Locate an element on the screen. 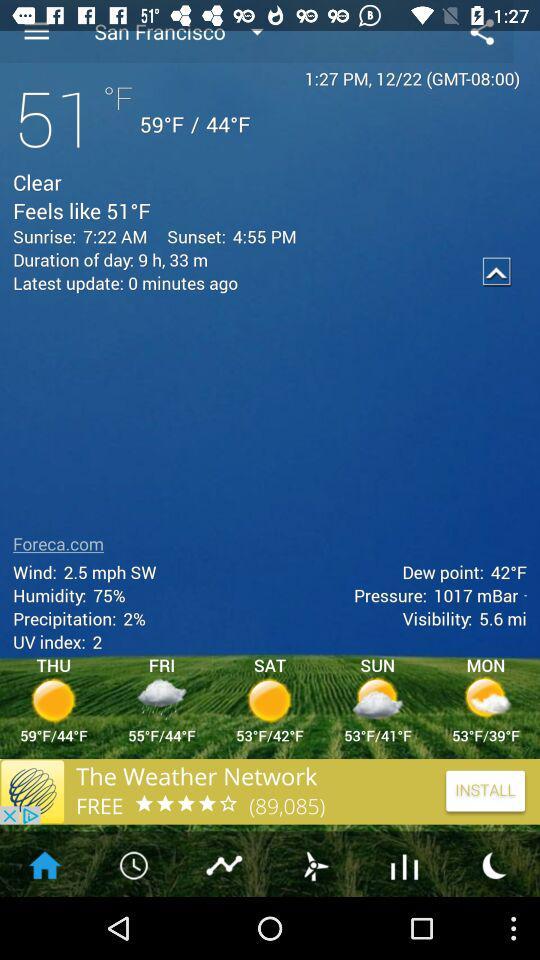  the option that is beside the moon icon is located at coordinates (405, 863).